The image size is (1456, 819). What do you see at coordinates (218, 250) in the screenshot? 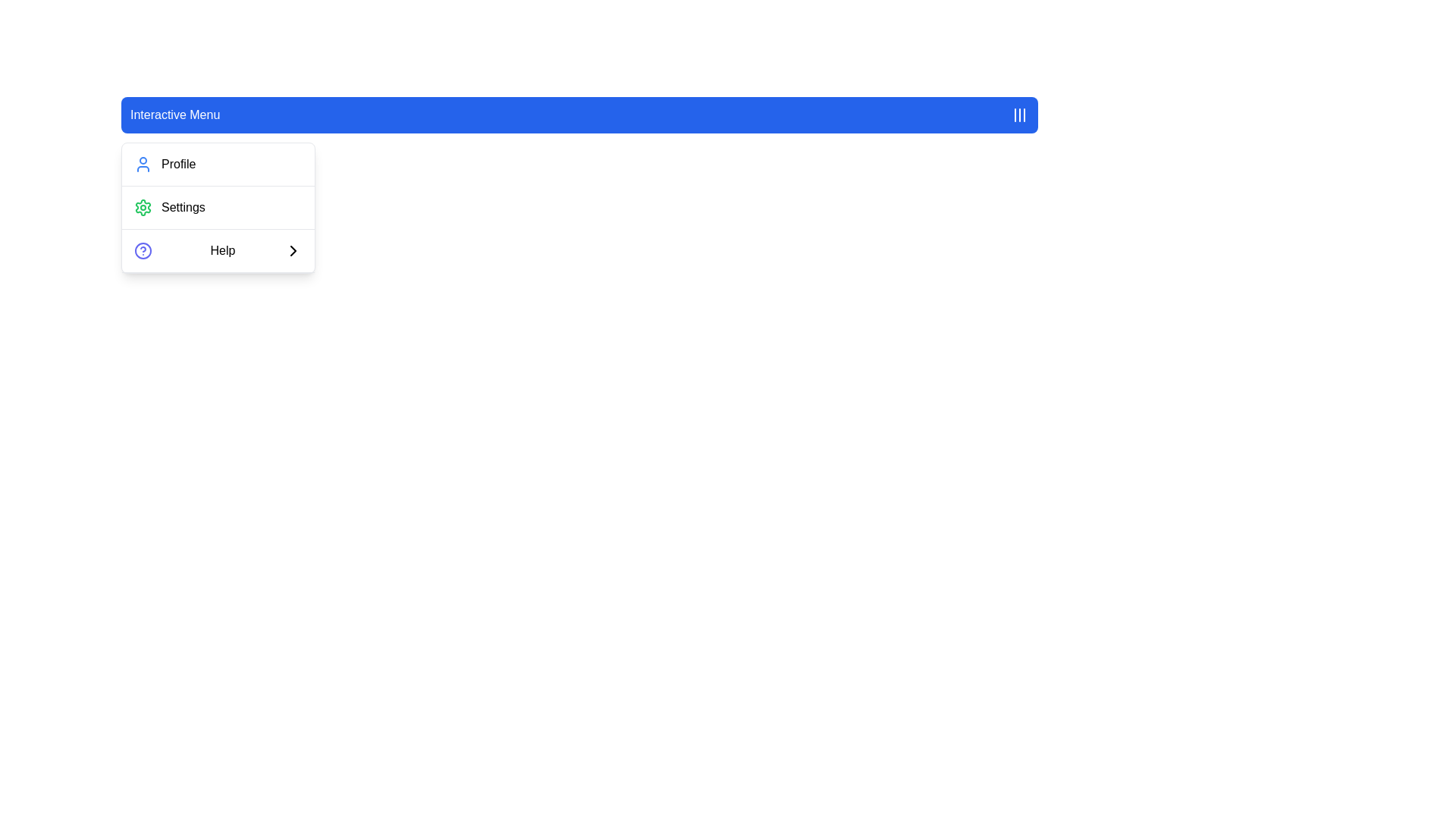
I see `the third item in the dropdown menu, which serves as a navigation point to the 'Help' section` at bounding box center [218, 250].